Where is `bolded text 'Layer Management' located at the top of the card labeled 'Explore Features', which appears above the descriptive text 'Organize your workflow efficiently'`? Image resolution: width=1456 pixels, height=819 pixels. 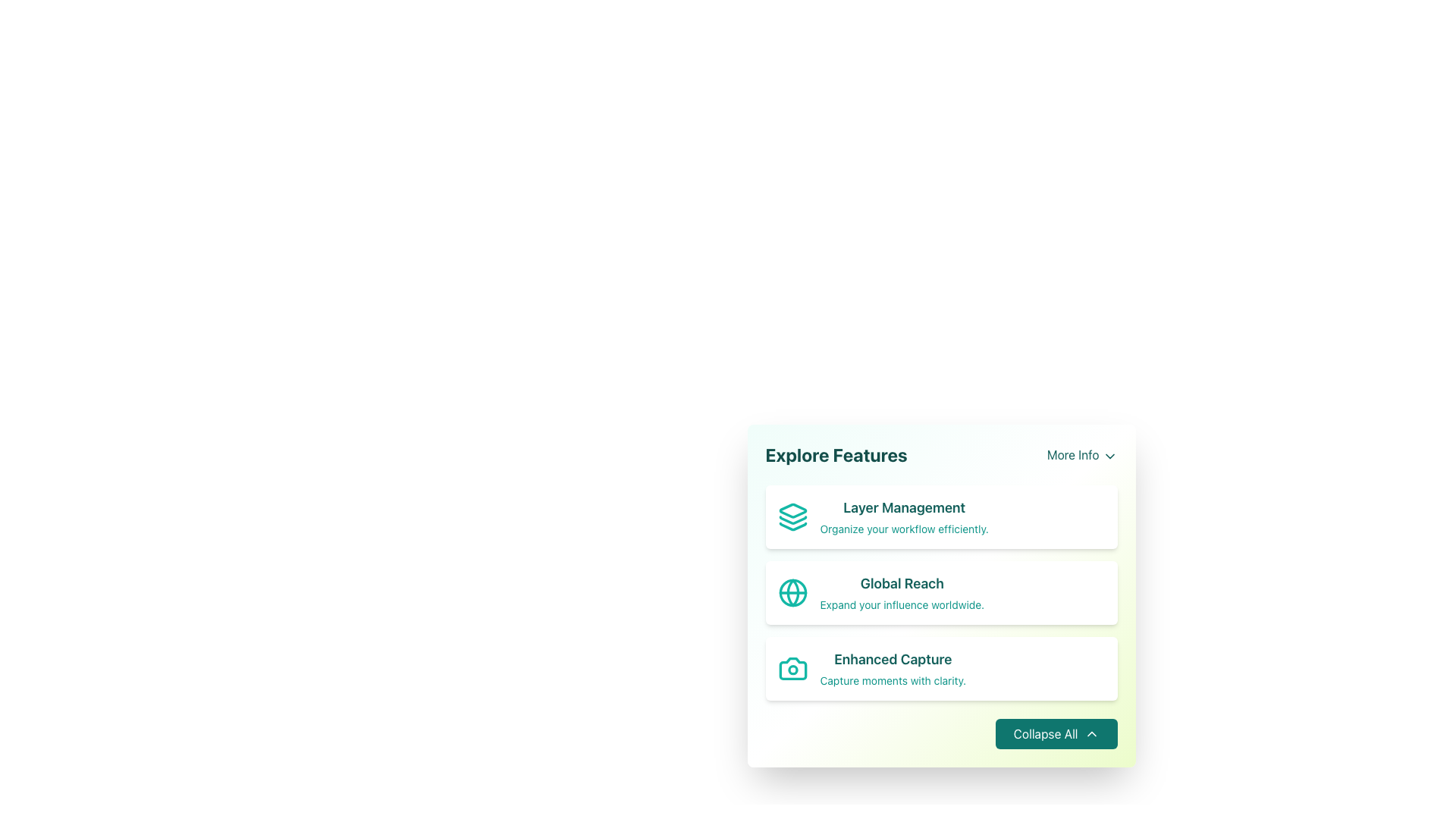 bolded text 'Layer Management' located at the top of the card labeled 'Explore Features', which appears above the descriptive text 'Organize your workflow efficiently' is located at coordinates (904, 508).